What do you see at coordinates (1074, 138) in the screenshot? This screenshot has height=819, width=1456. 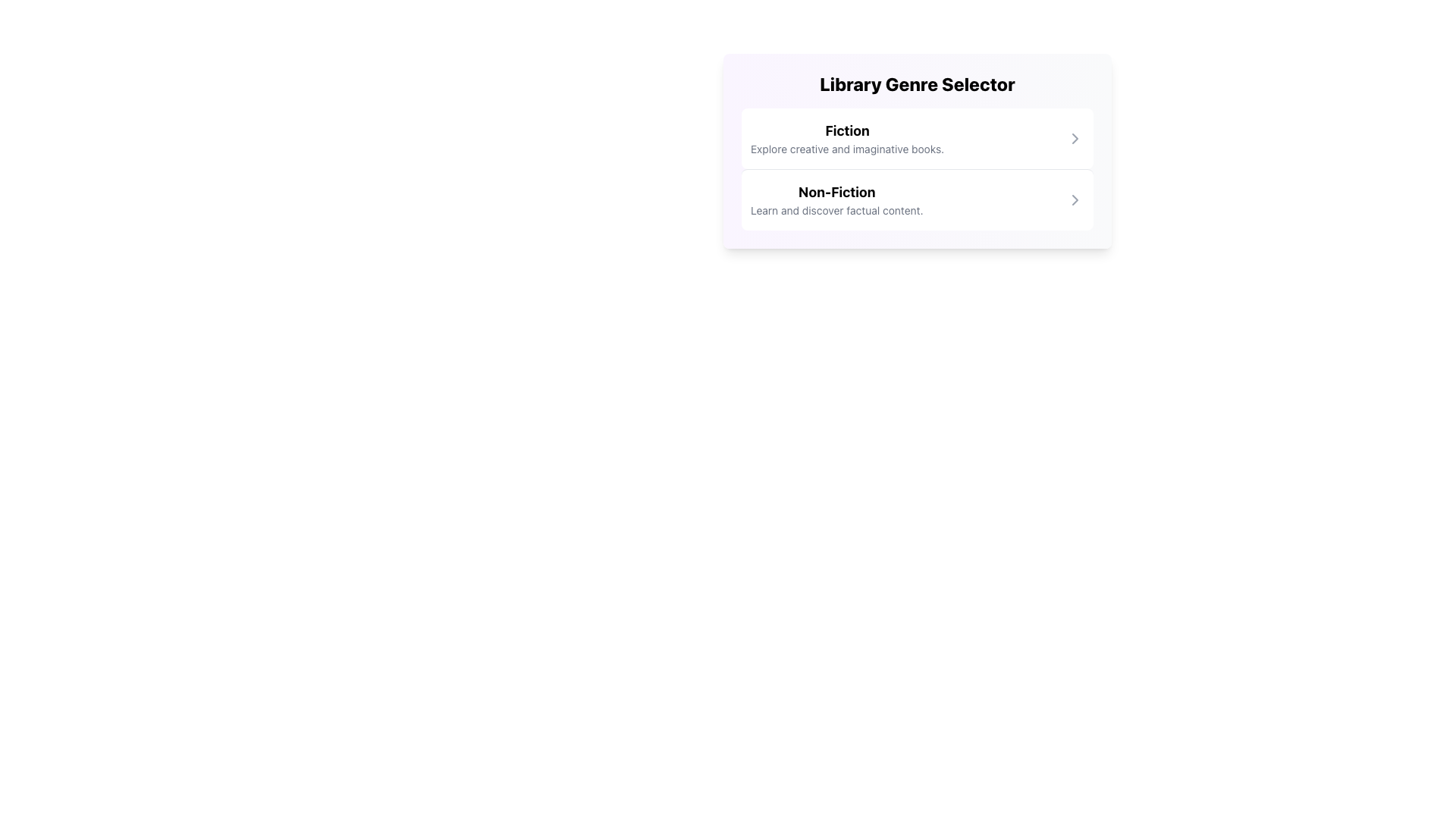 I see `the small chevron icon pointing right, located next to the 'Fiction' option` at bounding box center [1074, 138].